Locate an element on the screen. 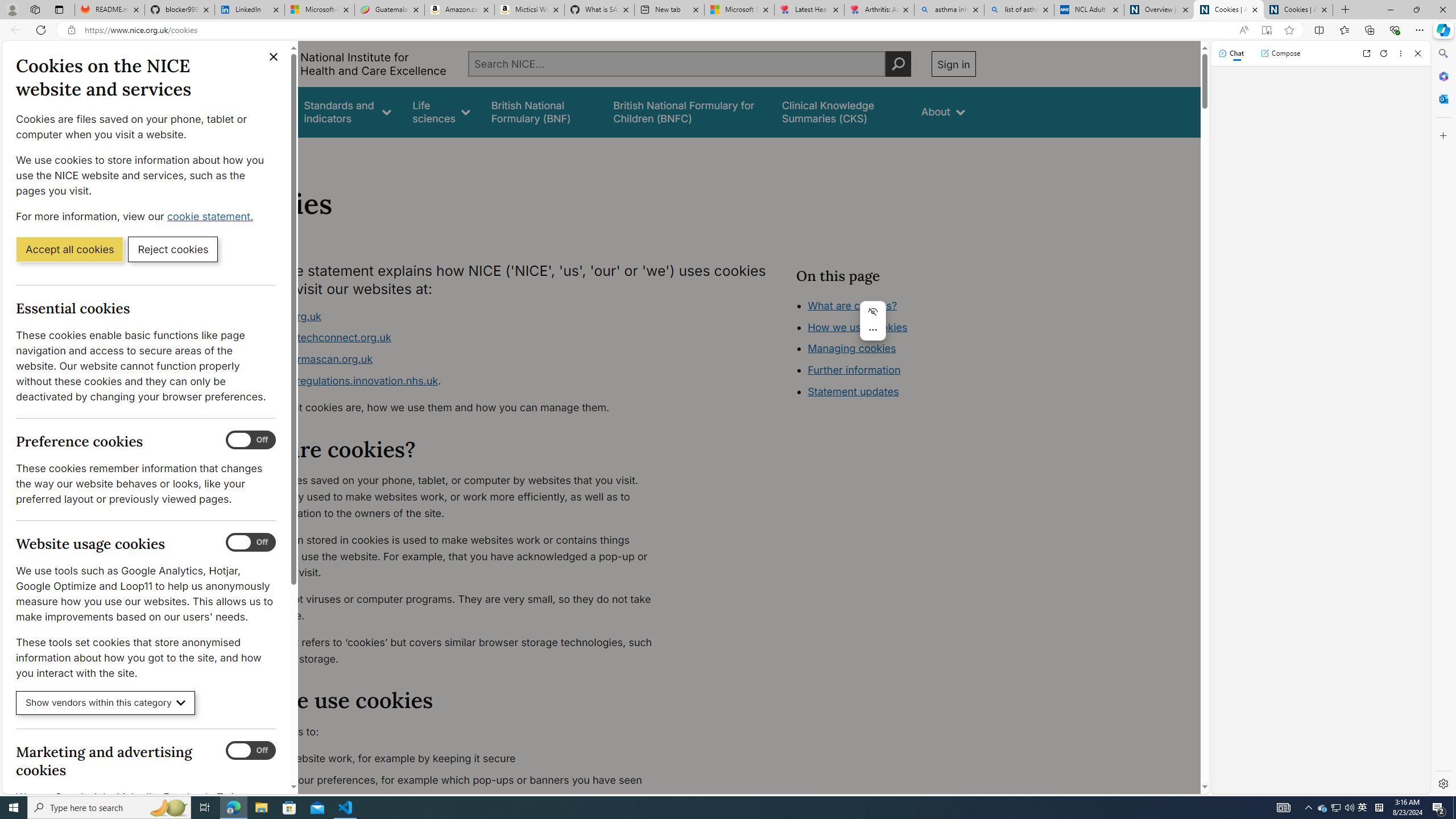 This screenshot has height=819, width=1456. 'About' is located at coordinates (942, 111).